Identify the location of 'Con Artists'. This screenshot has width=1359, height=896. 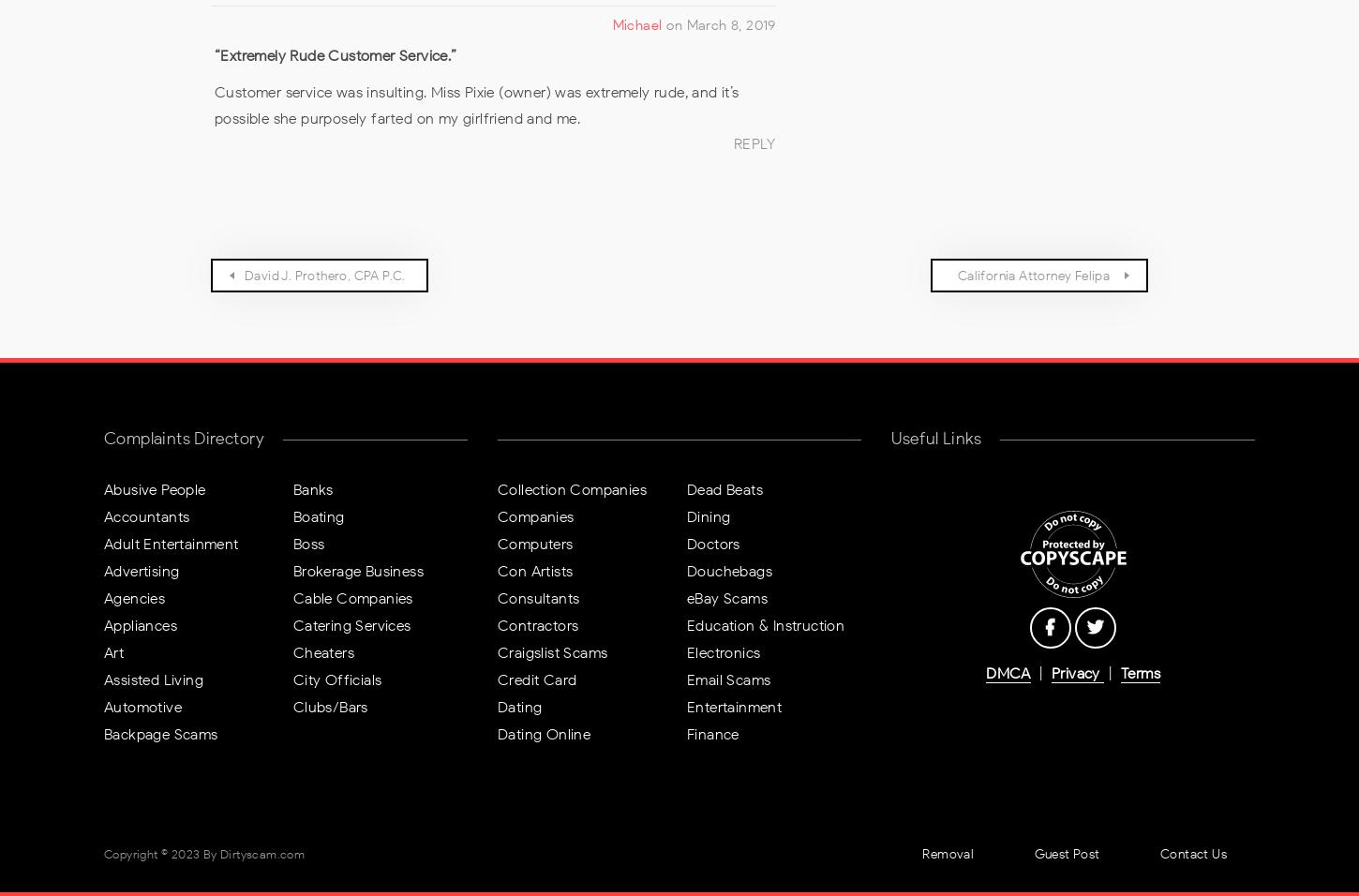
(535, 570).